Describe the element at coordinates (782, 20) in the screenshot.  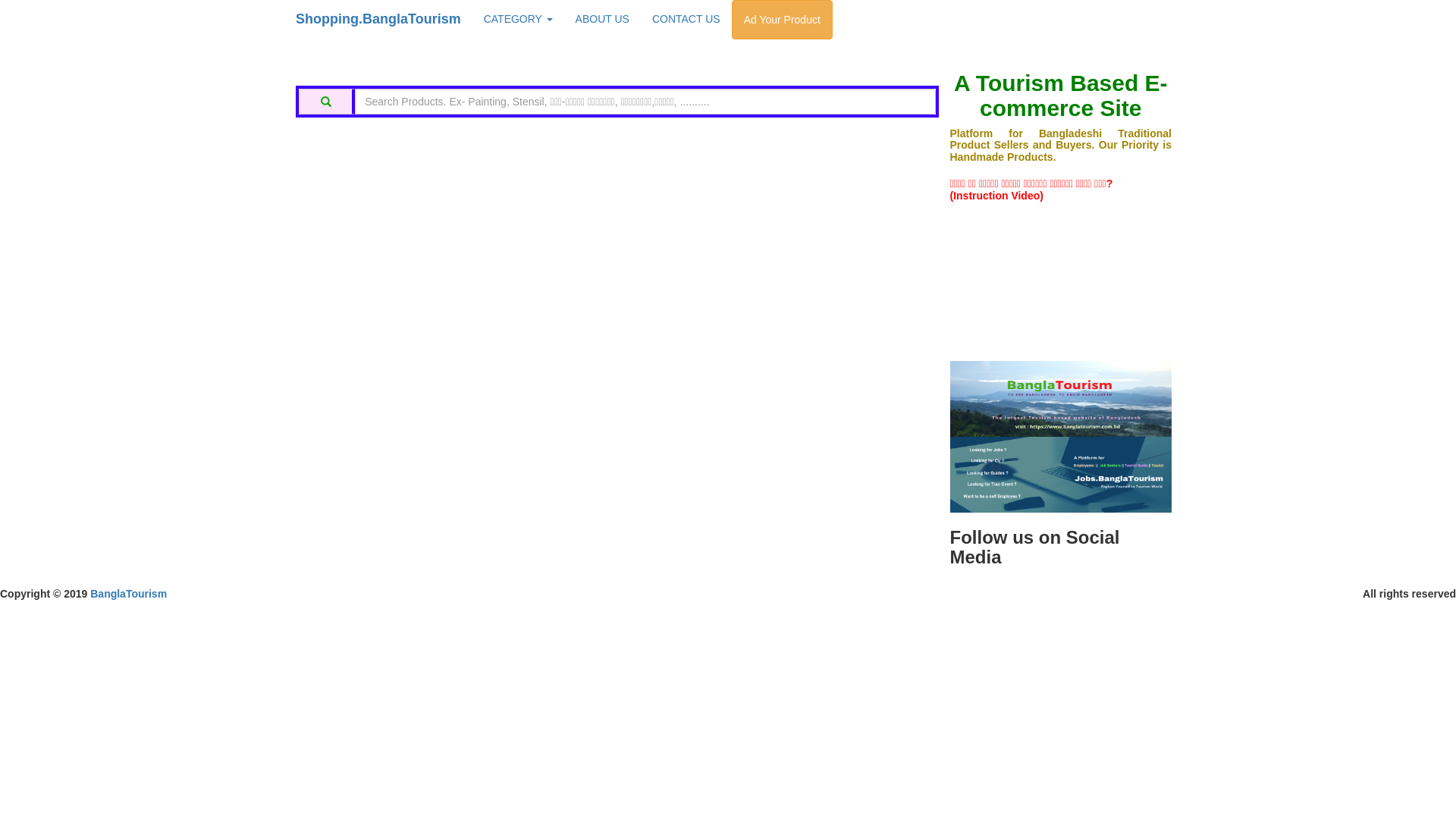
I see `'Ad Your Product'` at that location.